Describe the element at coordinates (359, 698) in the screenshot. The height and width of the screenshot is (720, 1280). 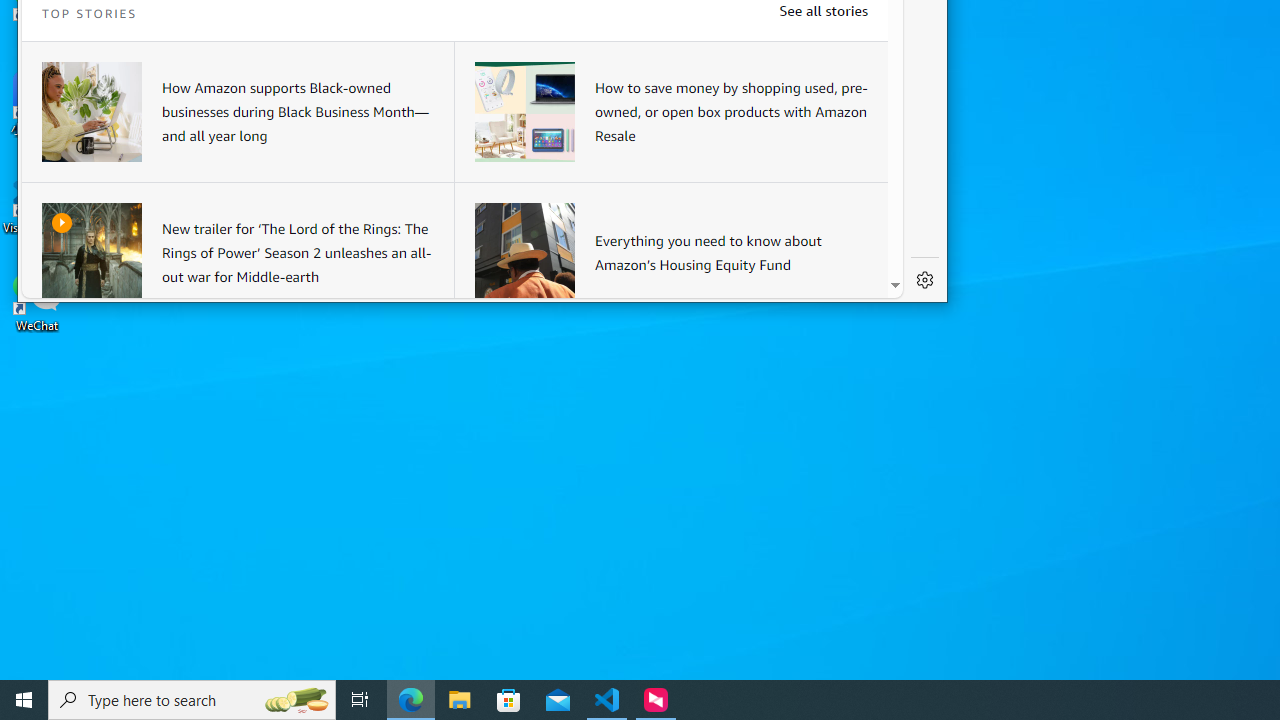
I see `'Task View'` at that location.